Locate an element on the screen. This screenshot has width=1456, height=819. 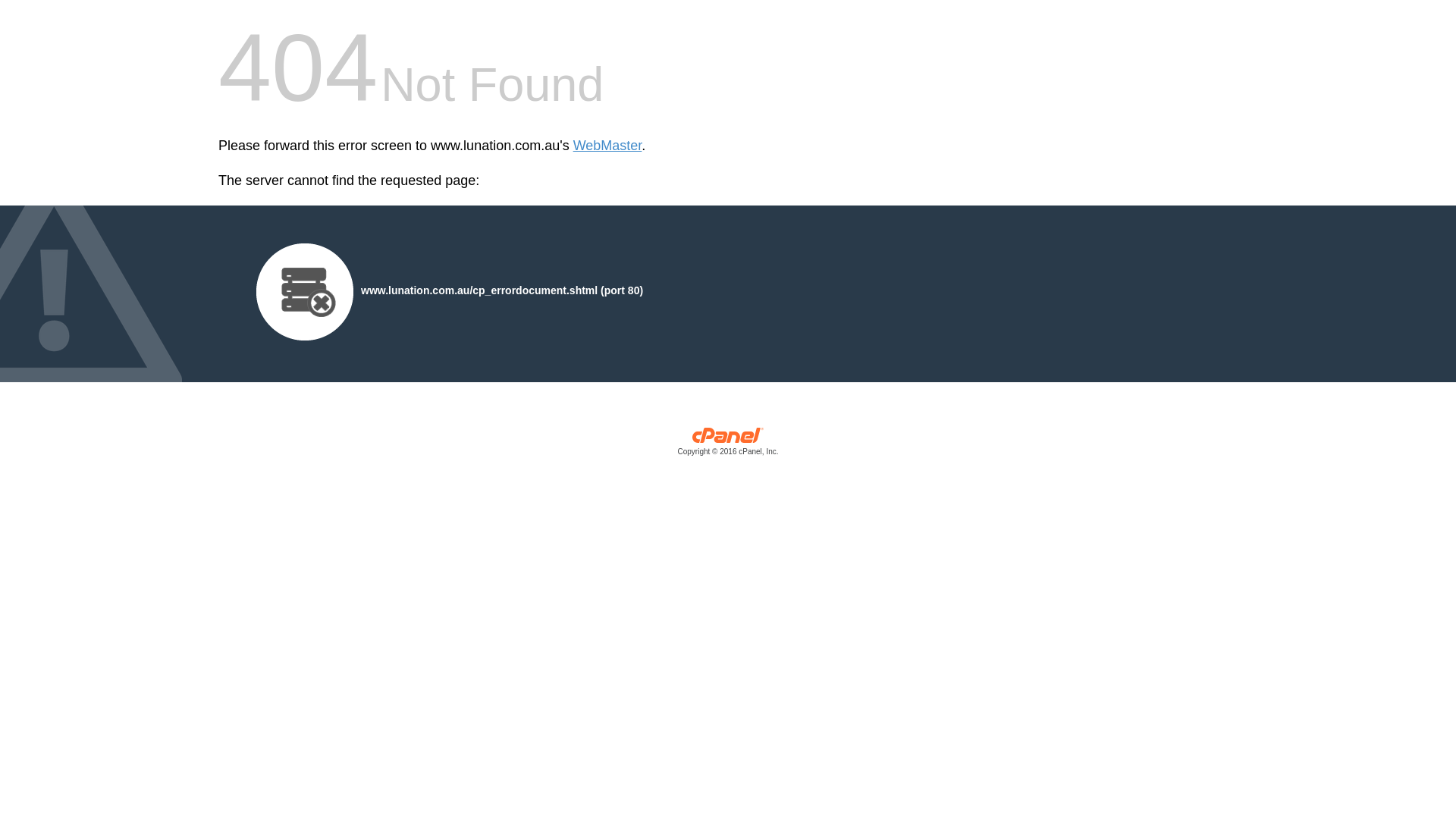
'WebMaster' is located at coordinates (607, 146).